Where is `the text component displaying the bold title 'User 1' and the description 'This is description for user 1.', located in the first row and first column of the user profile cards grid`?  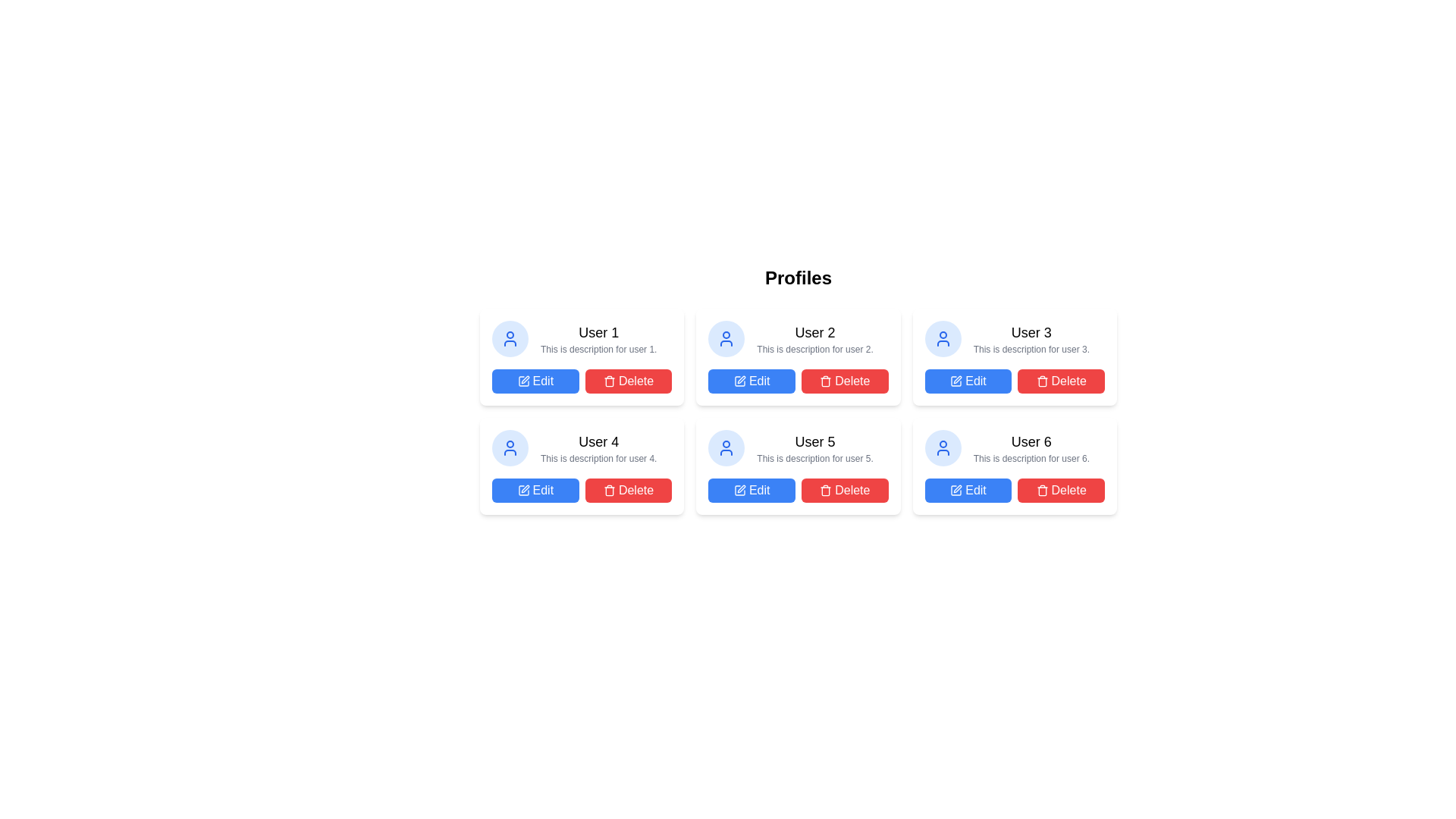
the text component displaying the bold title 'User 1' and the description 'This is description for user 1.', located in the first row and first column of the user profile cards grid is located at coordinates (581, 338).